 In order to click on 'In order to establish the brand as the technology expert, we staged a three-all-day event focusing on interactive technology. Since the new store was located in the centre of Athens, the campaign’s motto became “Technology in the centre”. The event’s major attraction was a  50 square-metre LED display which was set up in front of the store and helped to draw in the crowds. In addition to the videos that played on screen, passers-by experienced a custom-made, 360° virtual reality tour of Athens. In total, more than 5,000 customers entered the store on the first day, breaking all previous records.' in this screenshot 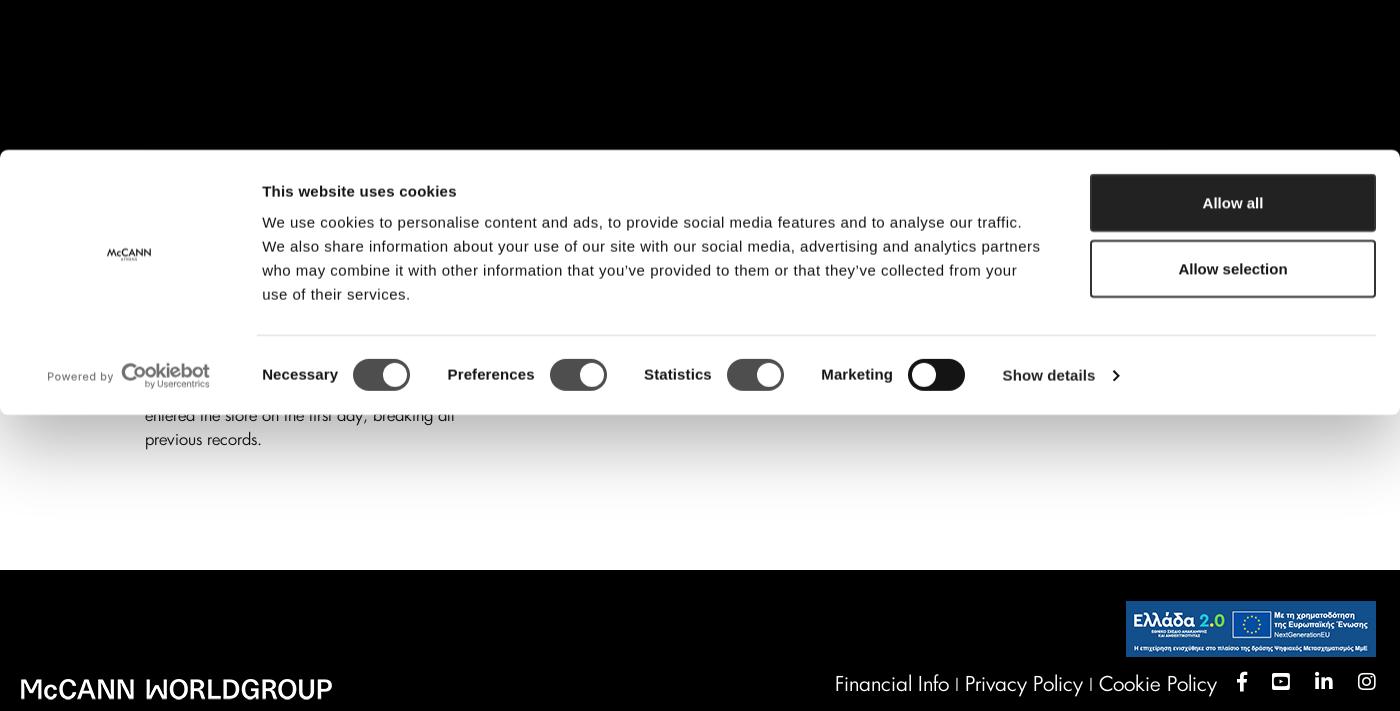, I will do `click(320, 295)`.